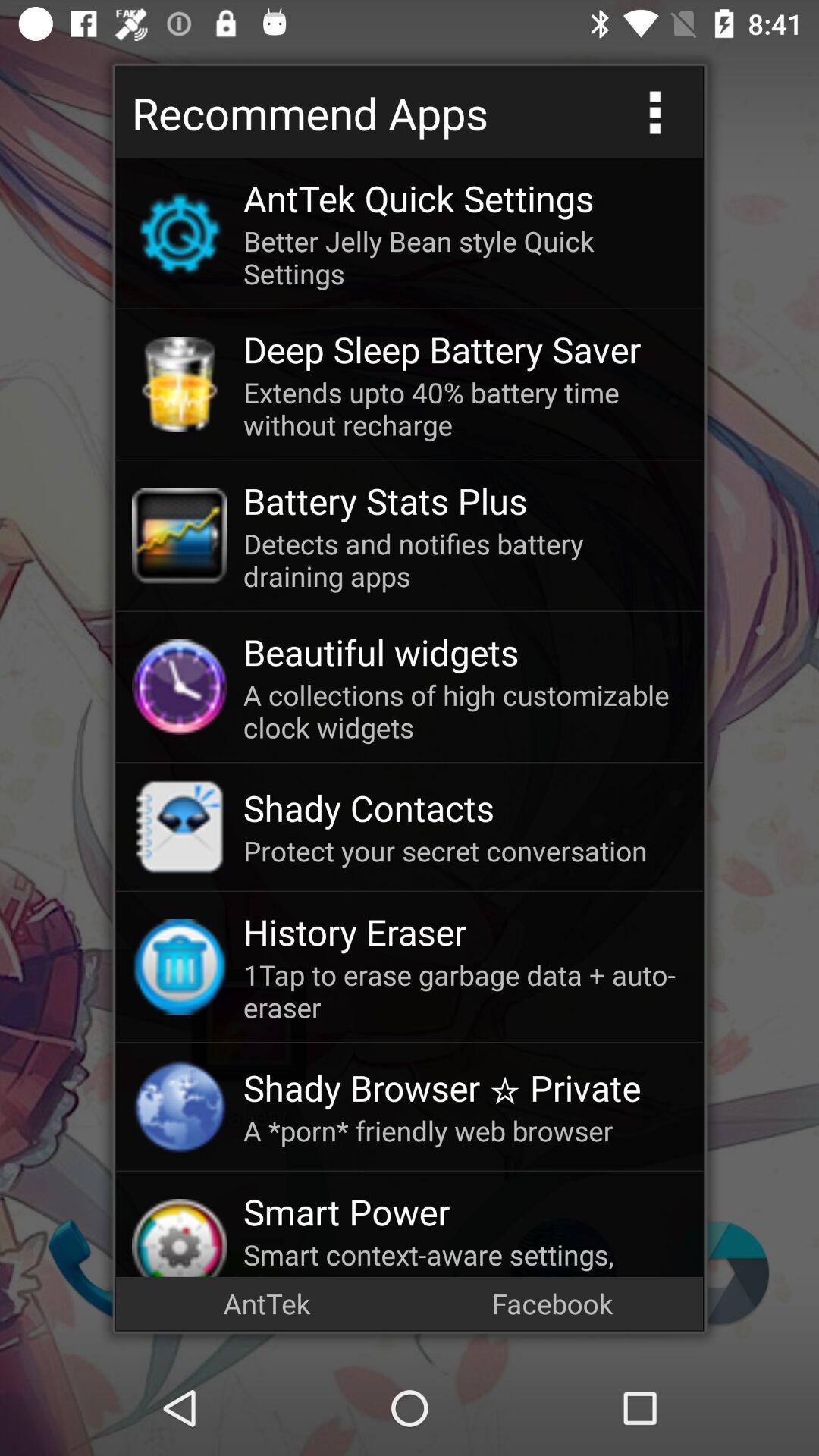  What do you see at coordinates (464, 559) in the screenshot?
I see `the detects and notifies app` at bounding box center [464, 559].